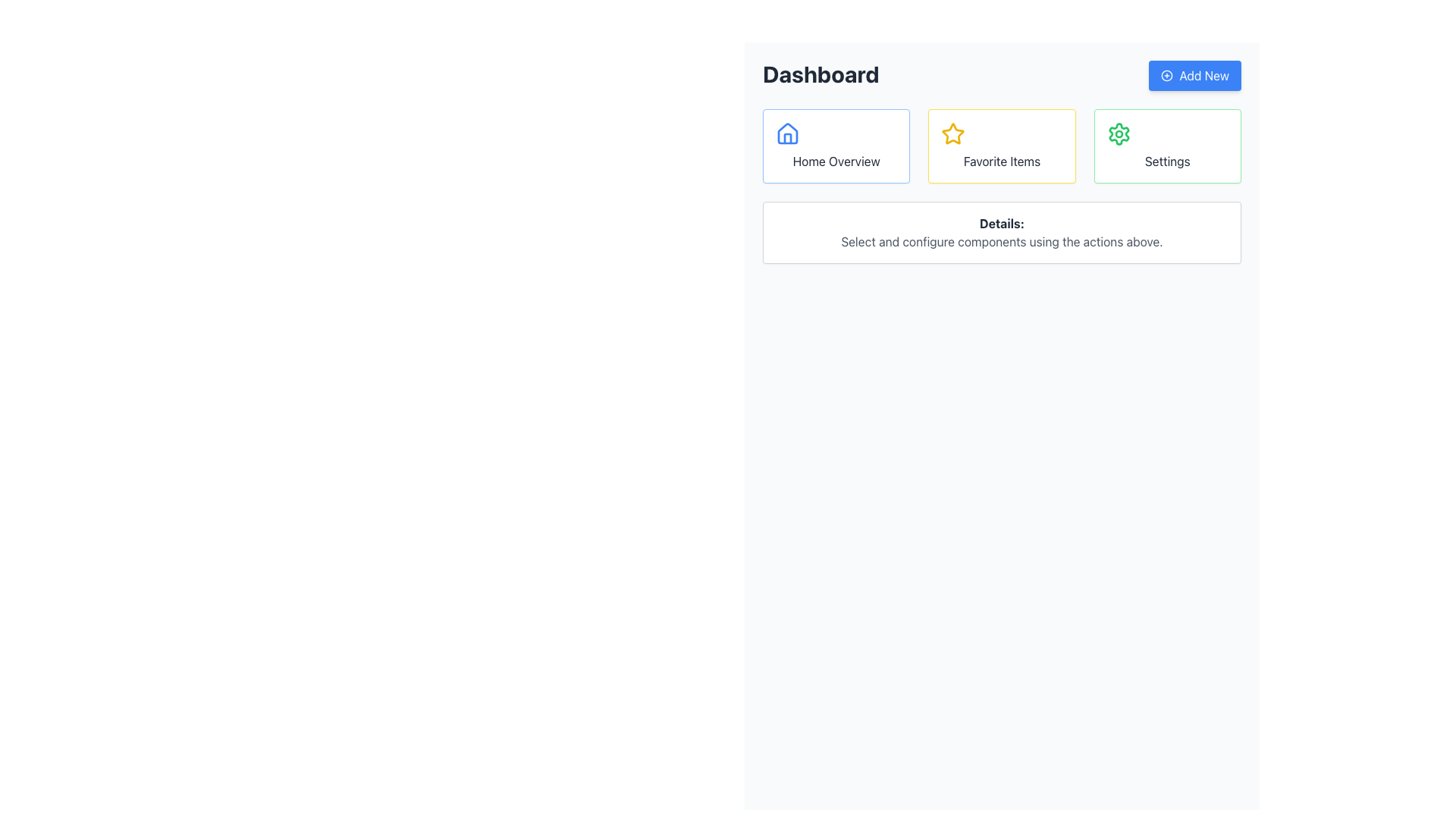 The image size is (1456, 819). Describe the element at coordinates (1119, 133) in the screenshot. I see `the green gear icon representing settings, located at the center of the 'Settings' button which is the third button from the left under the 'Dashboard' heading` at that location.